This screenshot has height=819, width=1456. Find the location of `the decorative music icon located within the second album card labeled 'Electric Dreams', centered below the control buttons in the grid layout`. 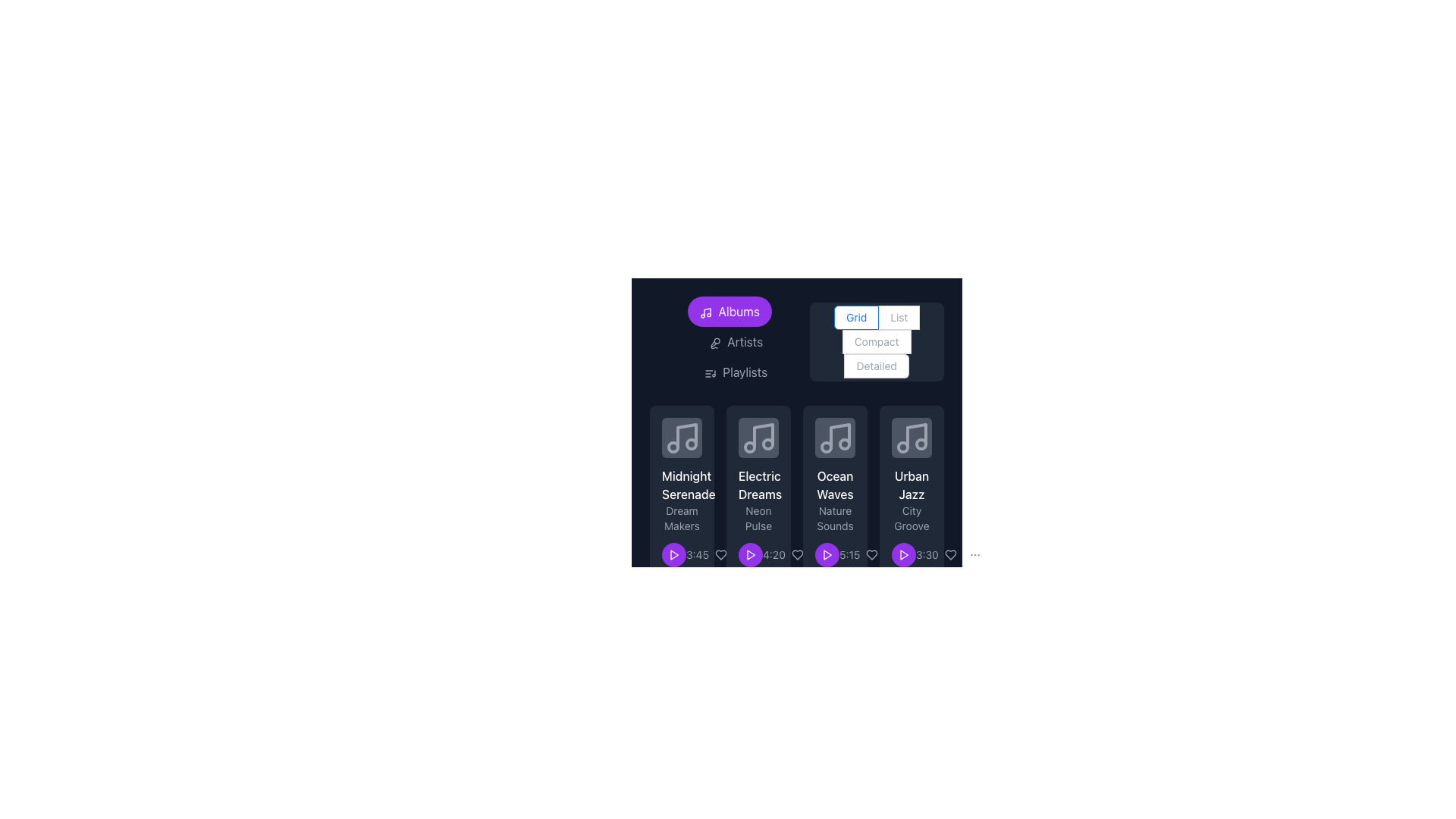

the decorative music icon located within the second album card labeled 'Electric Dreams', centered below the control buttons in the grid layout is located at coordinates (758, 438).